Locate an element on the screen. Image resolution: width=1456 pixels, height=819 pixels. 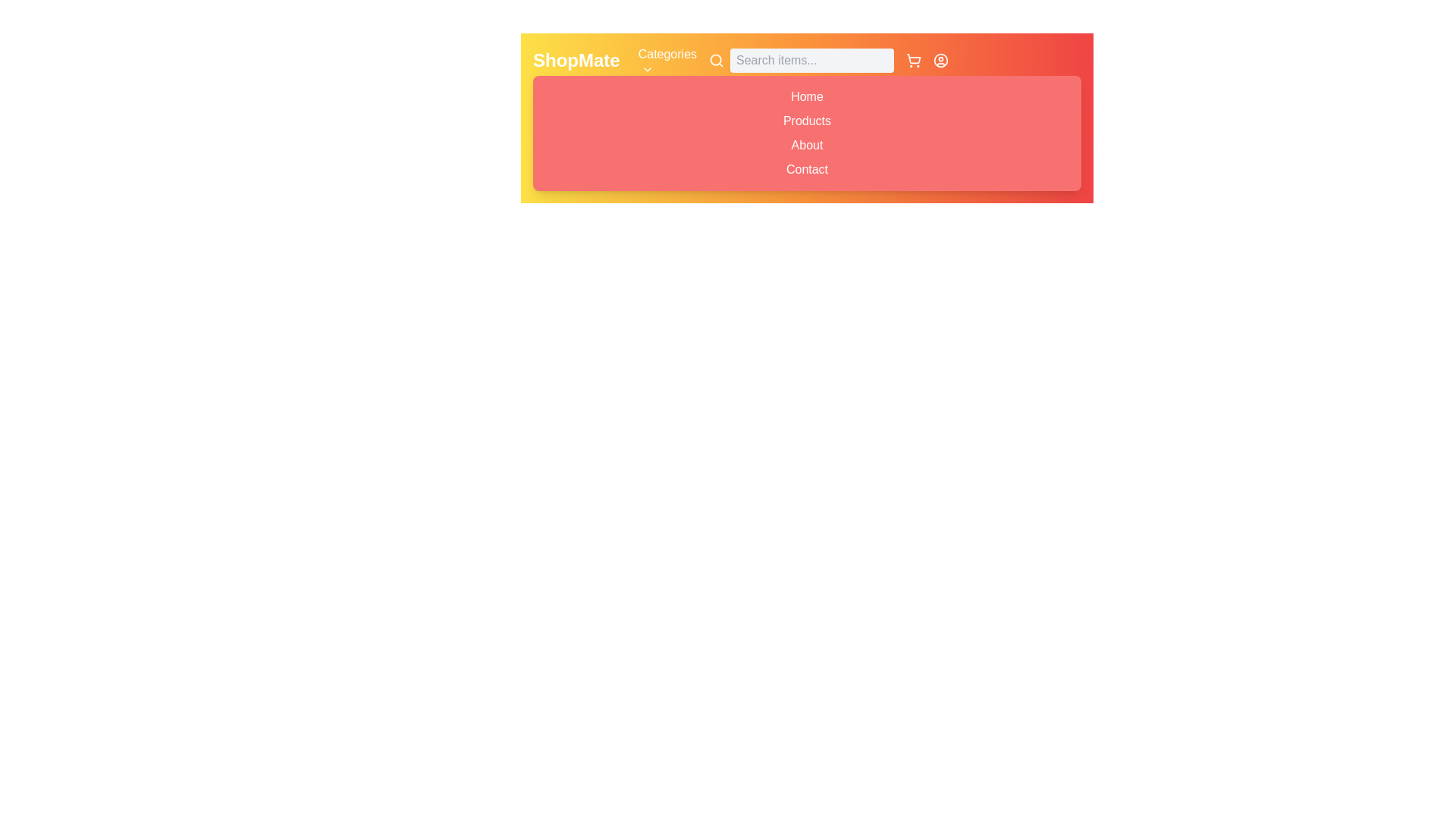
the 'Contact' navigation link, which is the last item in the vertically stacked menu, to trigger hover effects is located at coordinates (806, 169).